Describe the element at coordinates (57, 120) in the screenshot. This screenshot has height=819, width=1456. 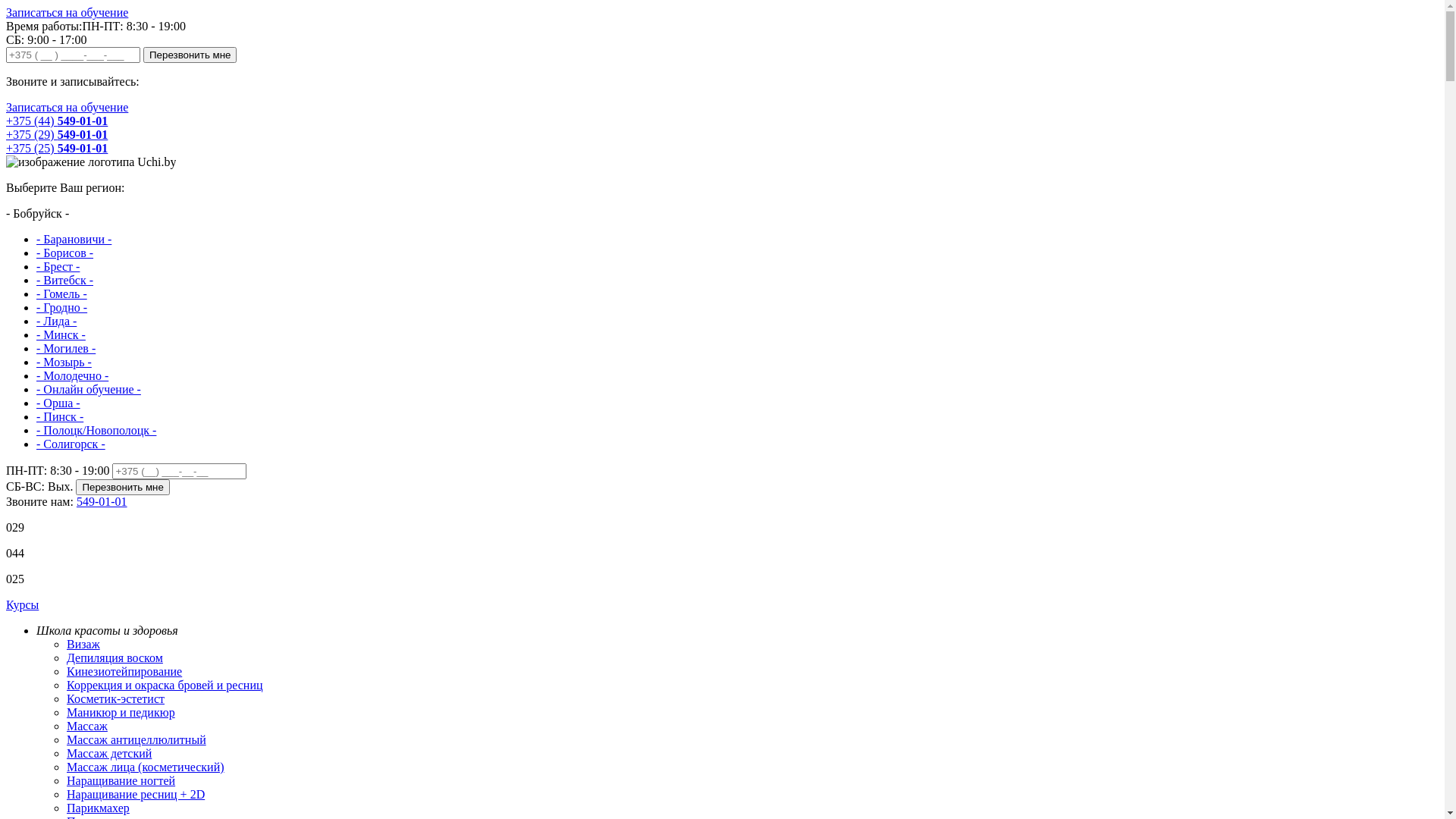
I see `'+375 (44) 549-01-01'` at that location.